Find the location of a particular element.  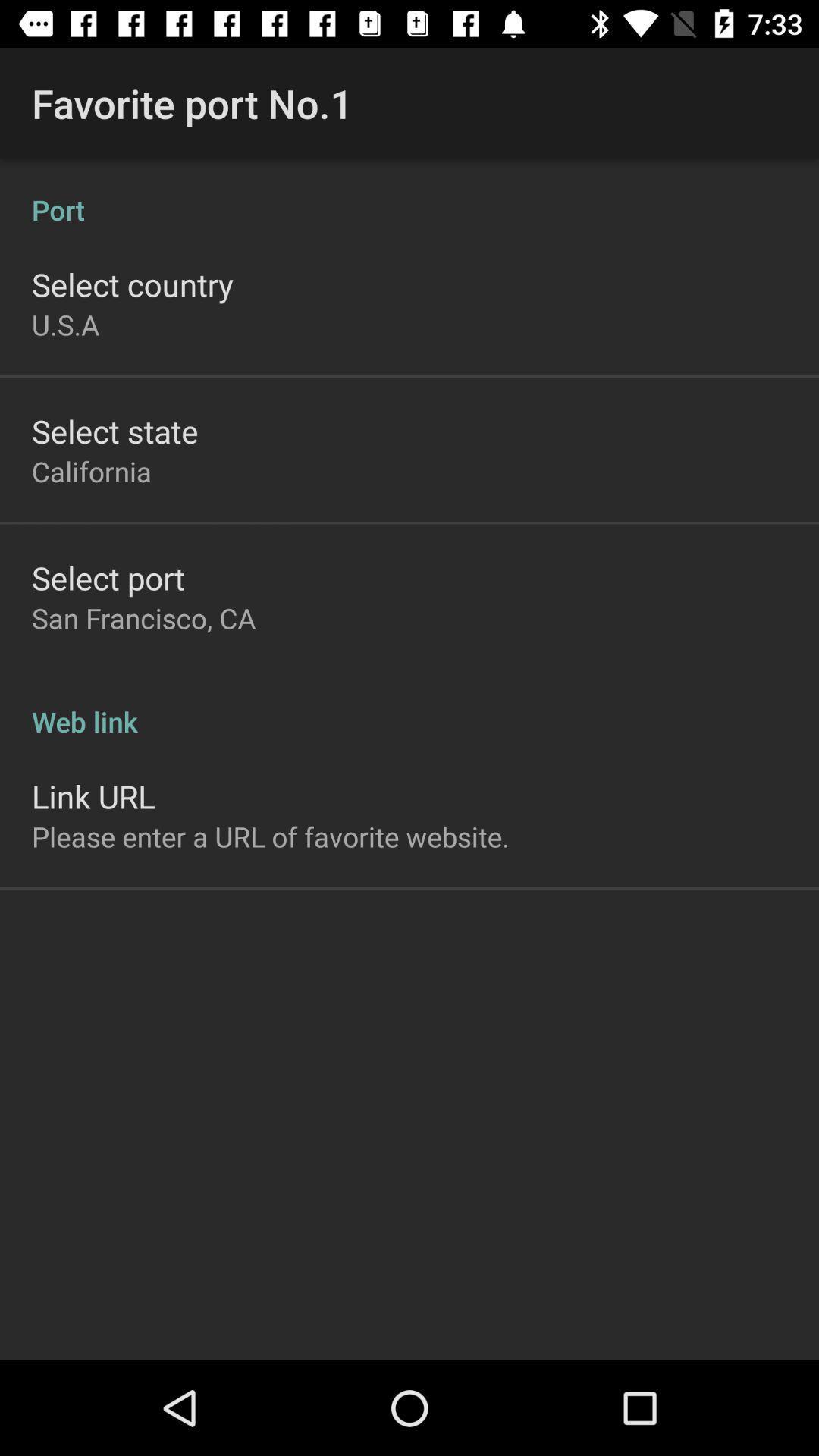

please enter a app is located at coordinates (270, 836).